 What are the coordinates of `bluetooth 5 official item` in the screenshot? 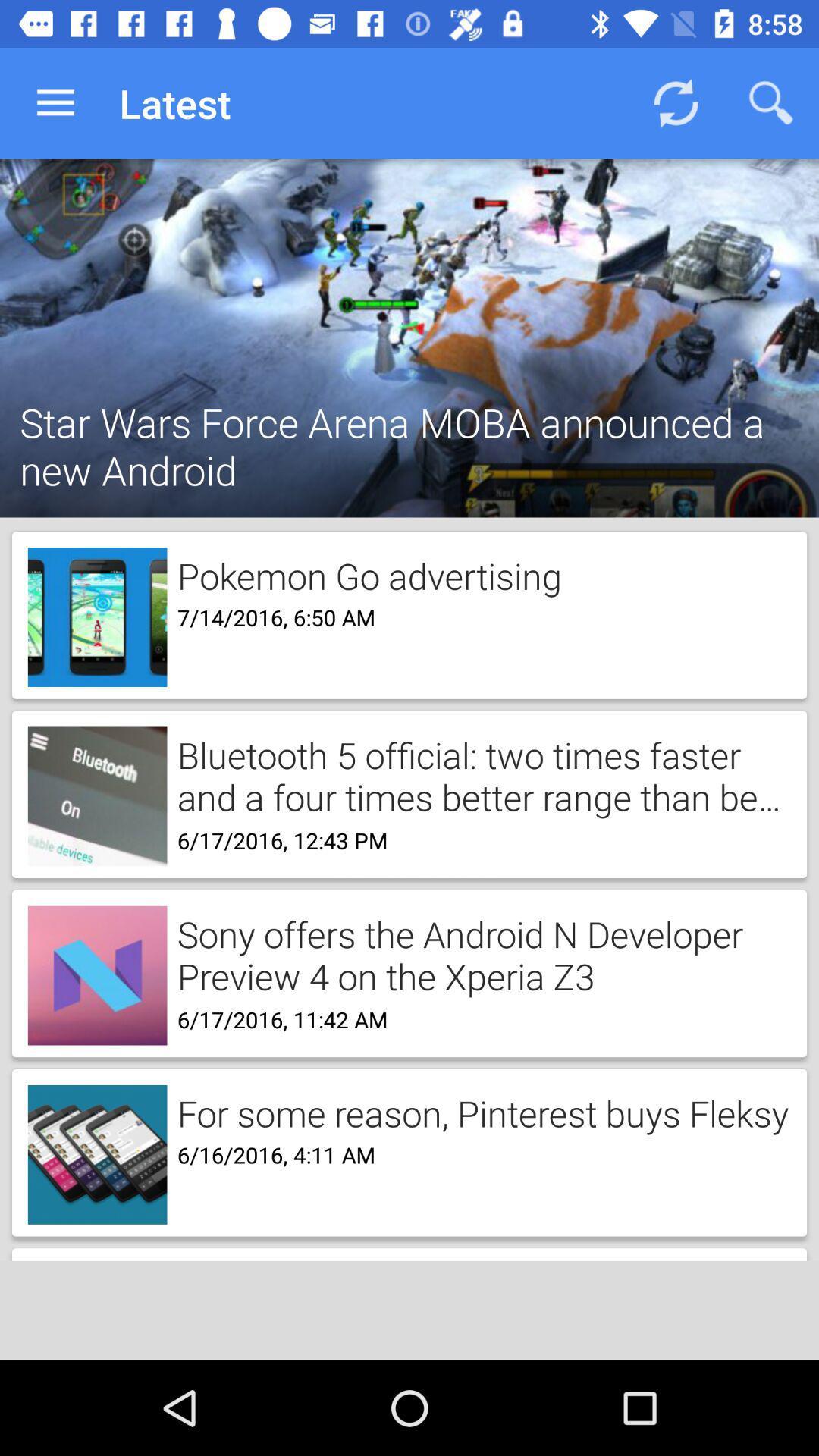 It's located at (479, 774).